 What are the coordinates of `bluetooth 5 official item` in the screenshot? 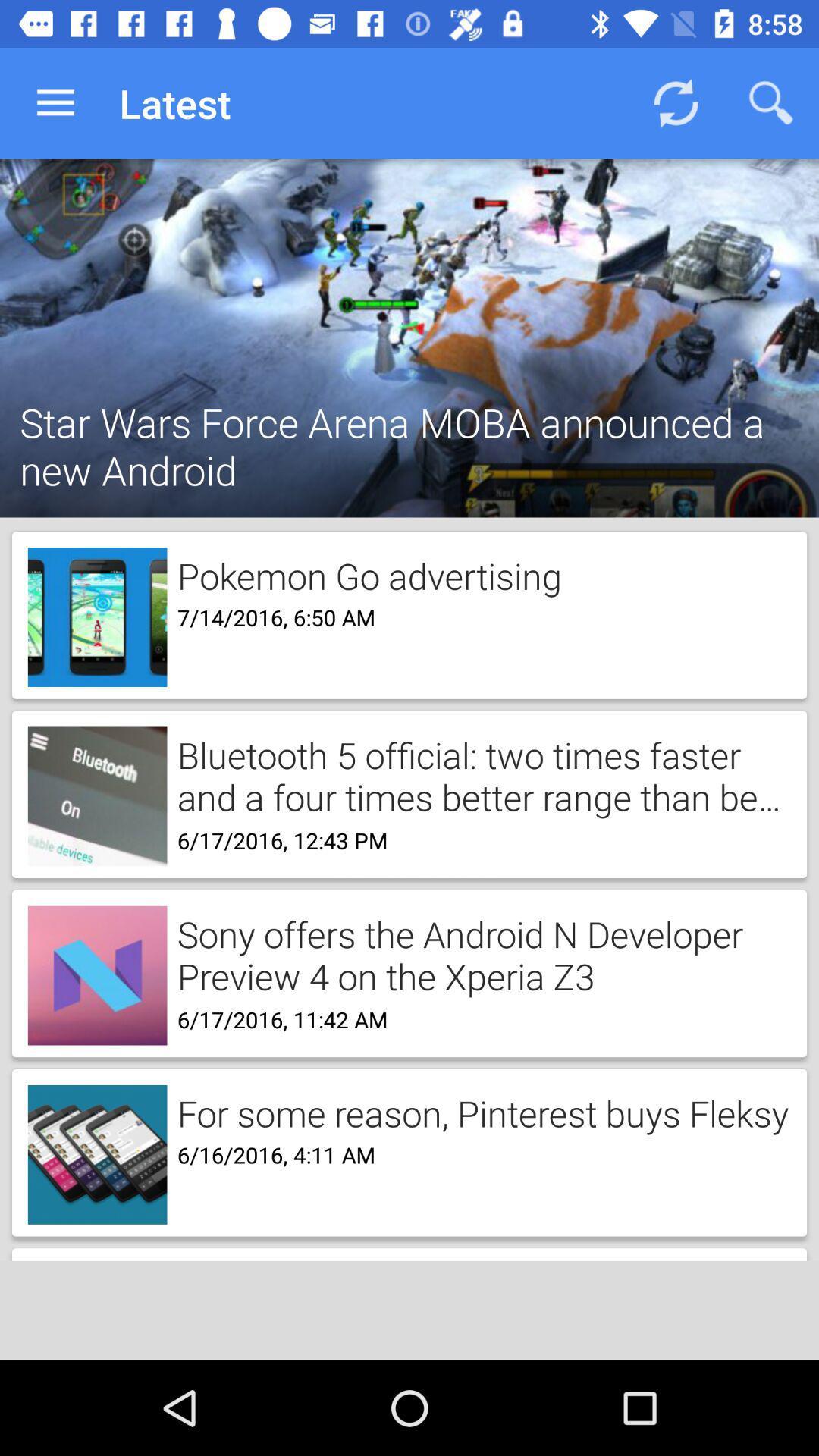 It's located at (479, 774).